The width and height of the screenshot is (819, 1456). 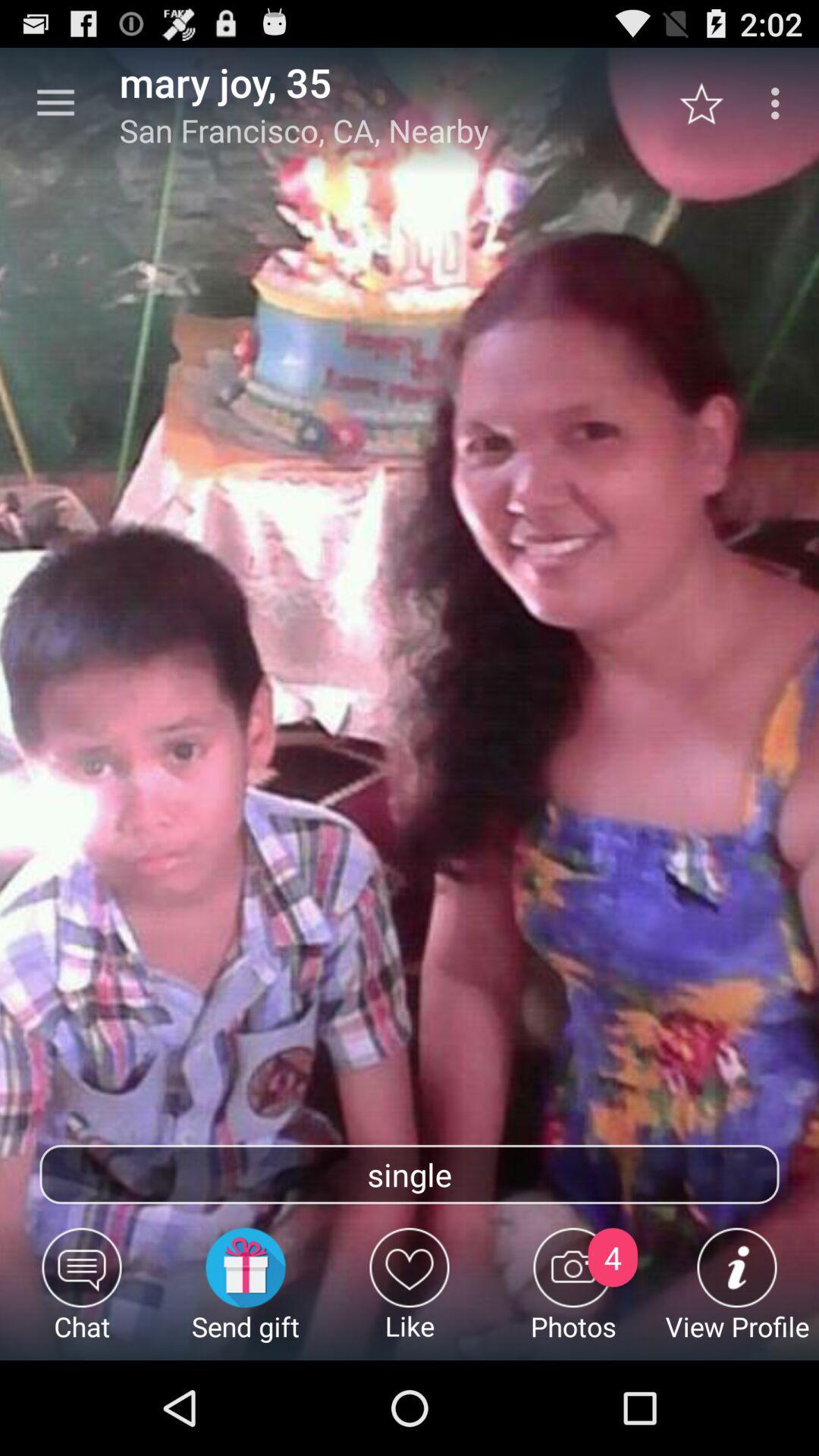 I want to click on item below the single item, so click(x=409, y=1293).